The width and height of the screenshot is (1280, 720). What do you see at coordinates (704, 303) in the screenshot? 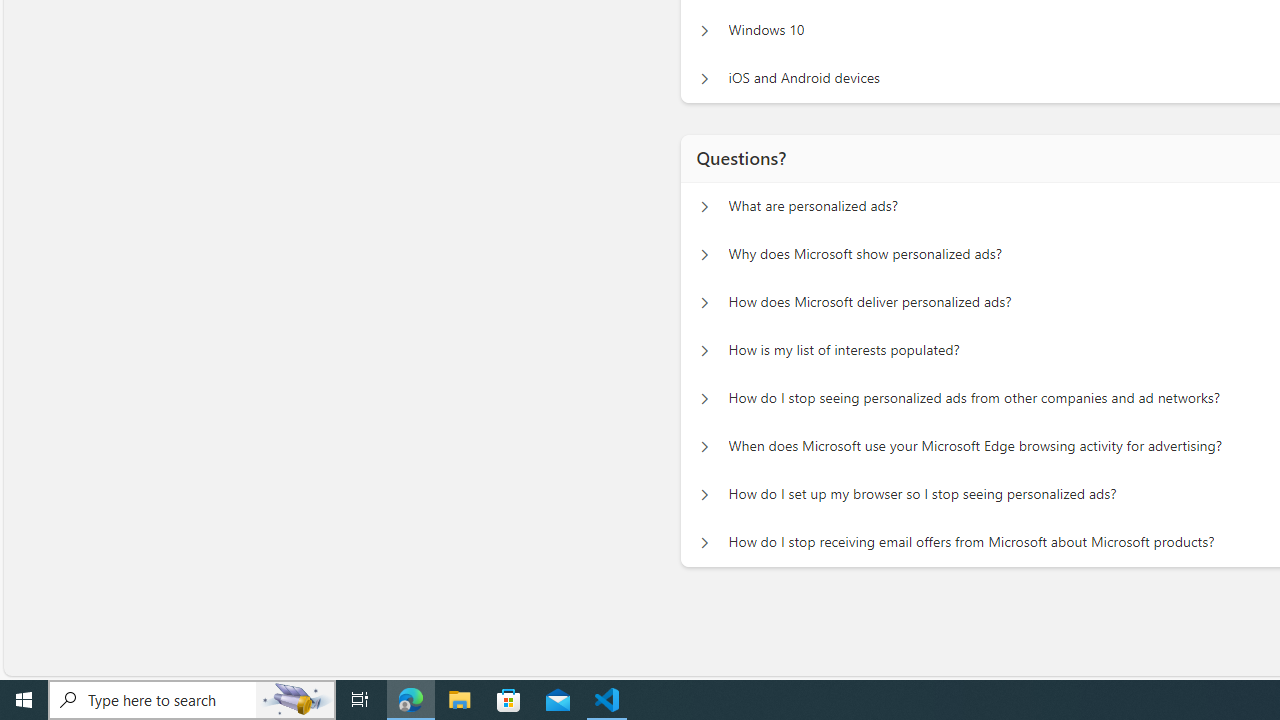
I see `'Questions? How does Microsoft deliver personalized ads?'` at bounding box center [704, 303].